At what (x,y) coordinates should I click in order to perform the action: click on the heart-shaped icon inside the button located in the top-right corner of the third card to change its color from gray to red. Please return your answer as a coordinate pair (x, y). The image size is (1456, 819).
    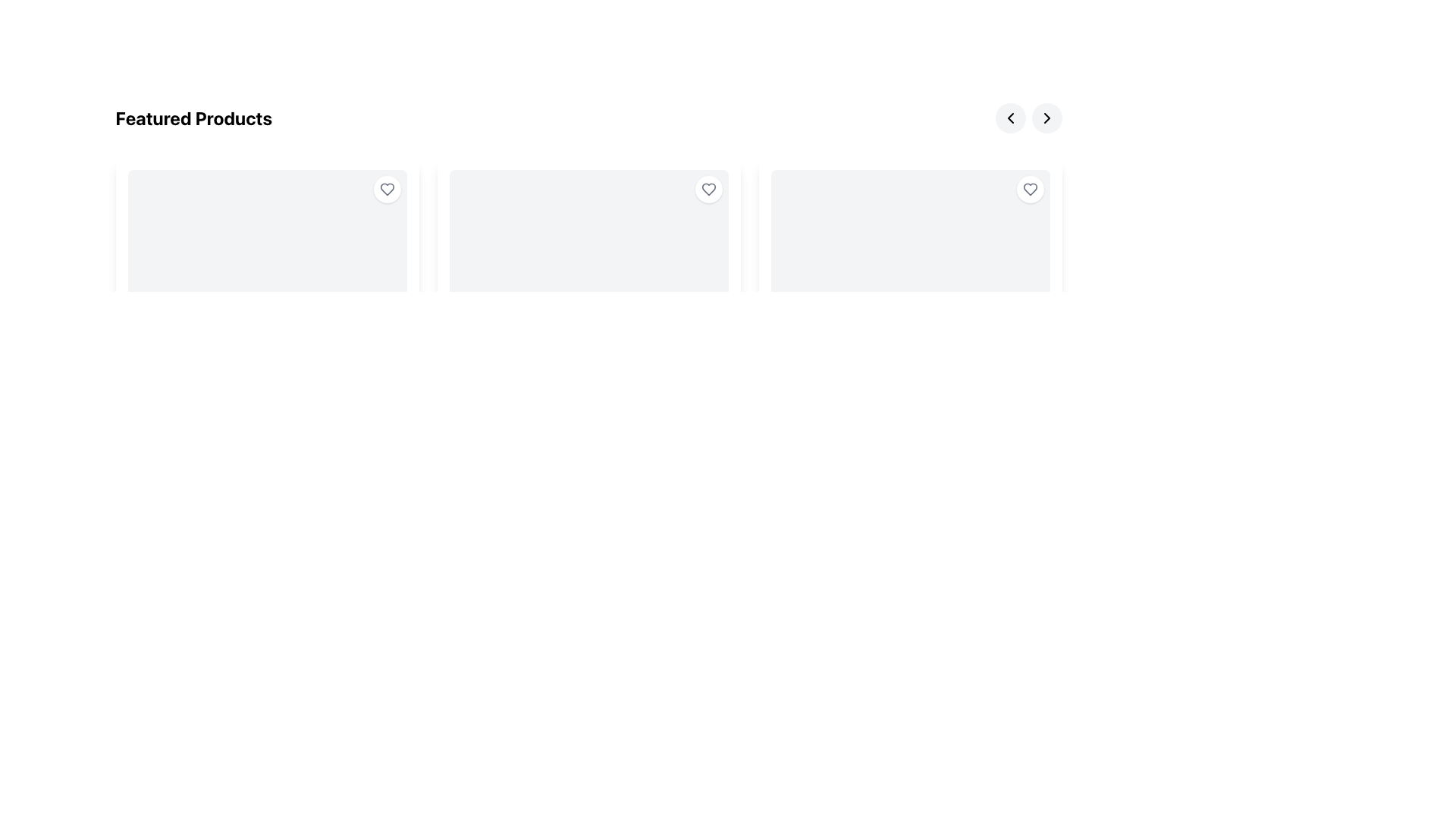
    Looking at the image, I should click on (1030, 189).